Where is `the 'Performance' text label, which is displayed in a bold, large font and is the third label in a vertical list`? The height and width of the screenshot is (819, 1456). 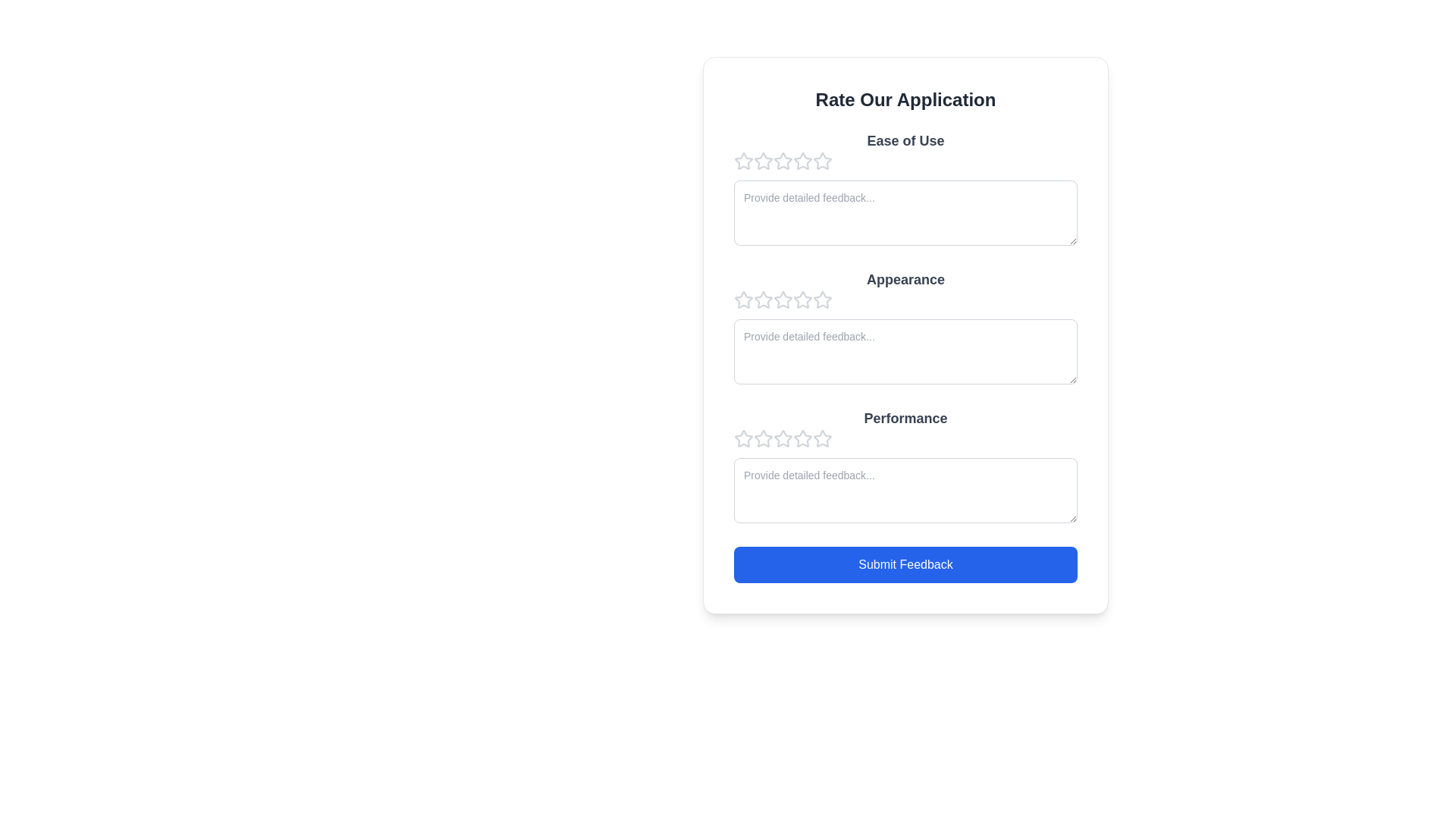
the 'Performance' text label, which is displayed in a bold, large font and is the third label in a vertical list is located at coordinates (905, 418).